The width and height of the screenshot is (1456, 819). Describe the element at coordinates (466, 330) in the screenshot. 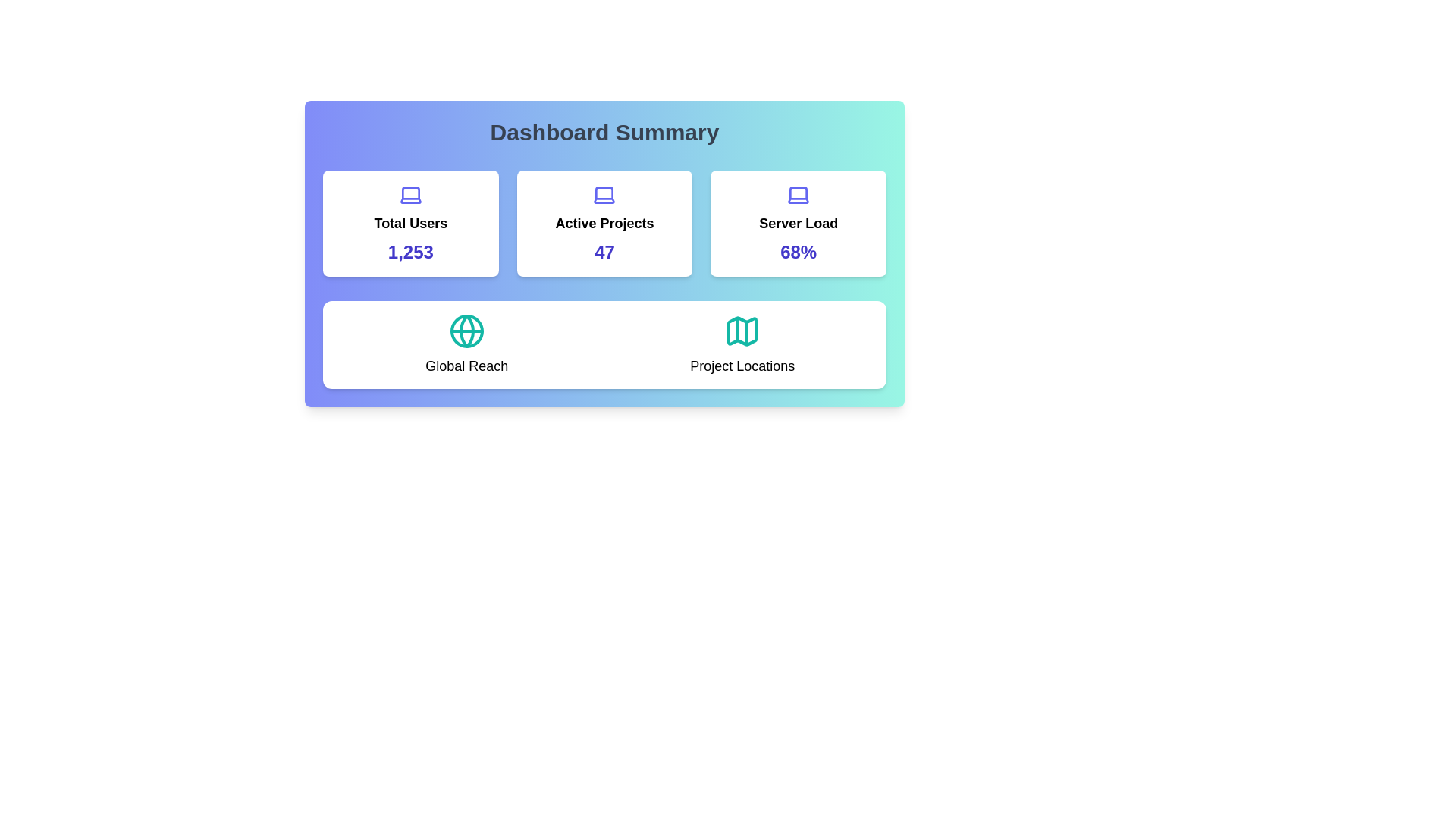

I see `the outer circular component of the globe icon, which has a teal outline and is located in the center of the SVG graphic representing the Global Reach section on the dashboard` at that location.